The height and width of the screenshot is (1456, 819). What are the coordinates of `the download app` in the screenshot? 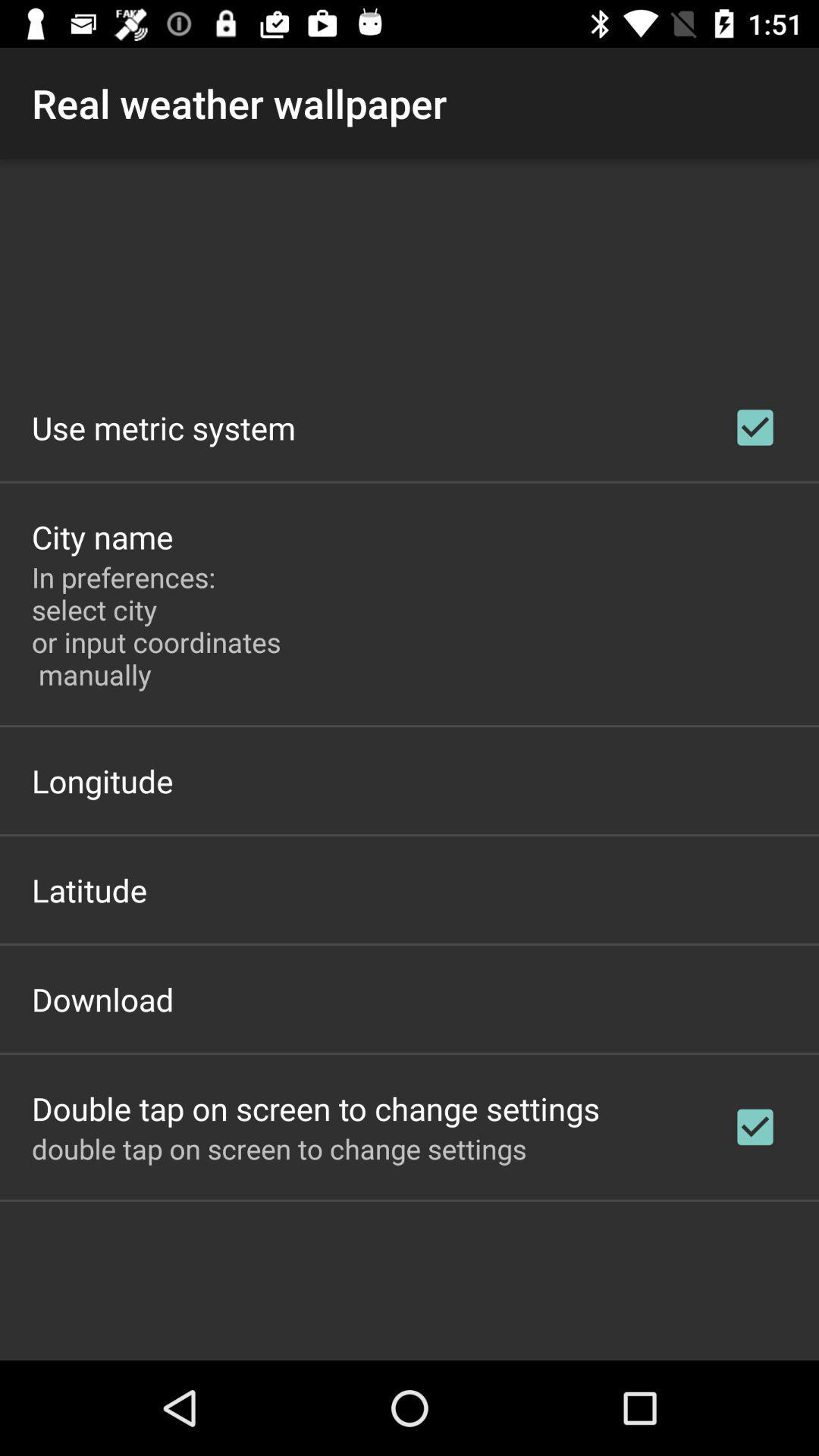 It's located at (102, 999).